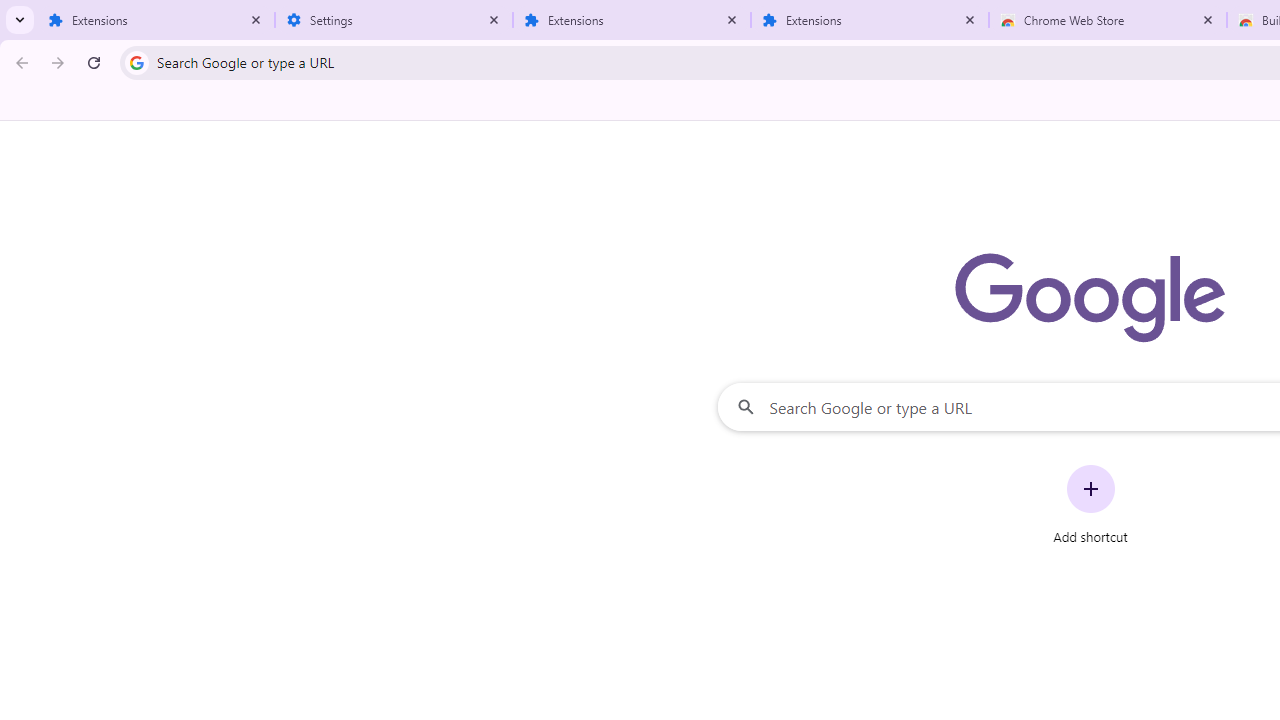  I want to click on 'Settings', so click(394, 20).